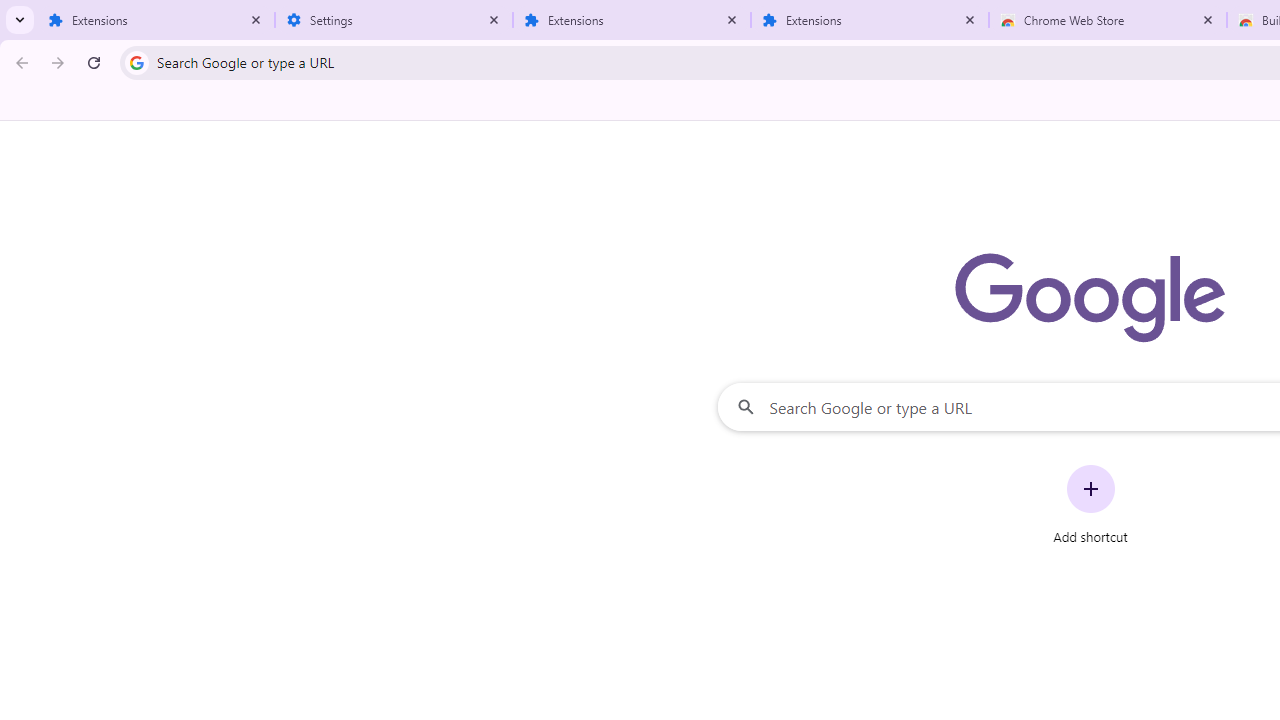  I want to click on 'Settings', so click(394, 20).